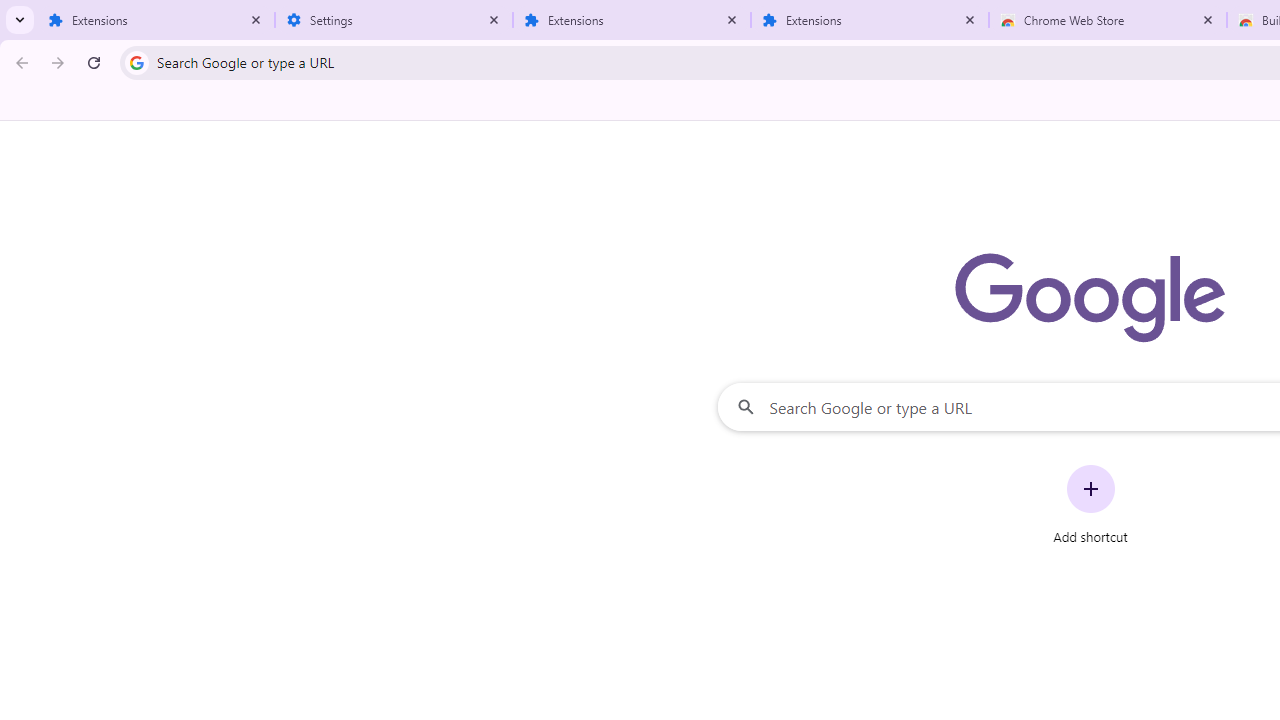  I want to click on 'Settings', so click(394, 20).